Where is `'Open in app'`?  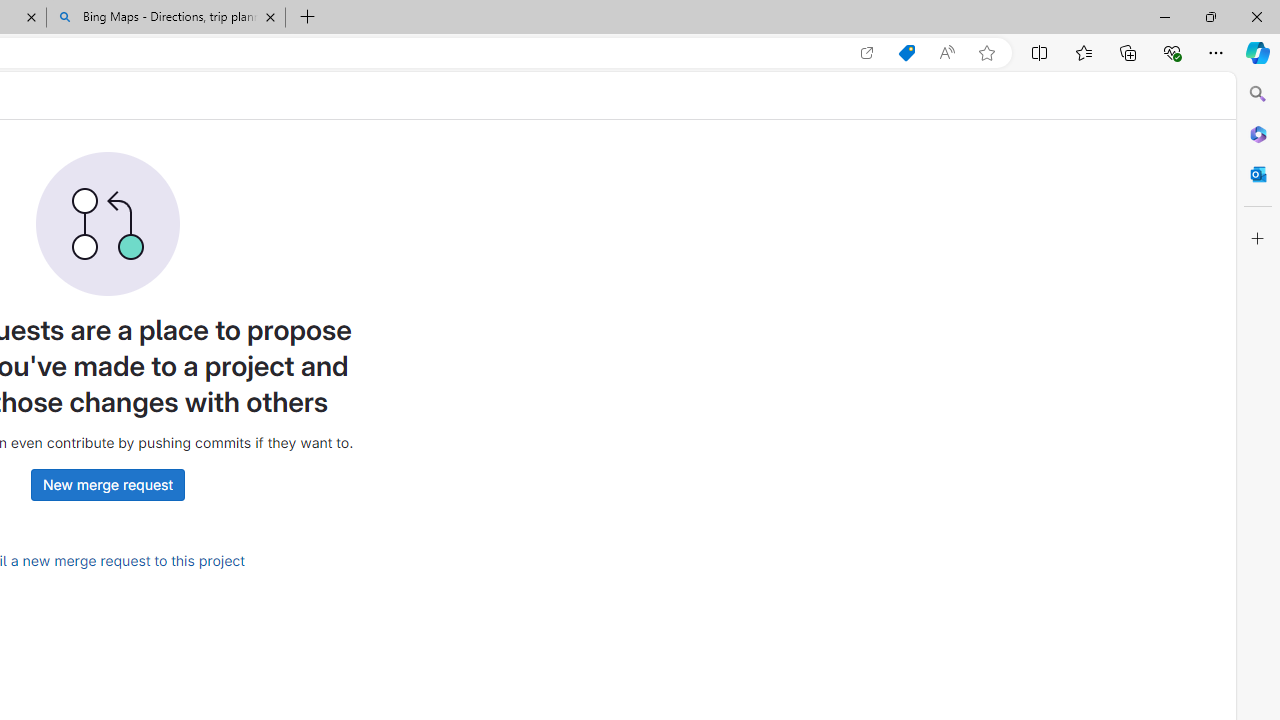 'Open in app' is located at coordinates (867, 52).